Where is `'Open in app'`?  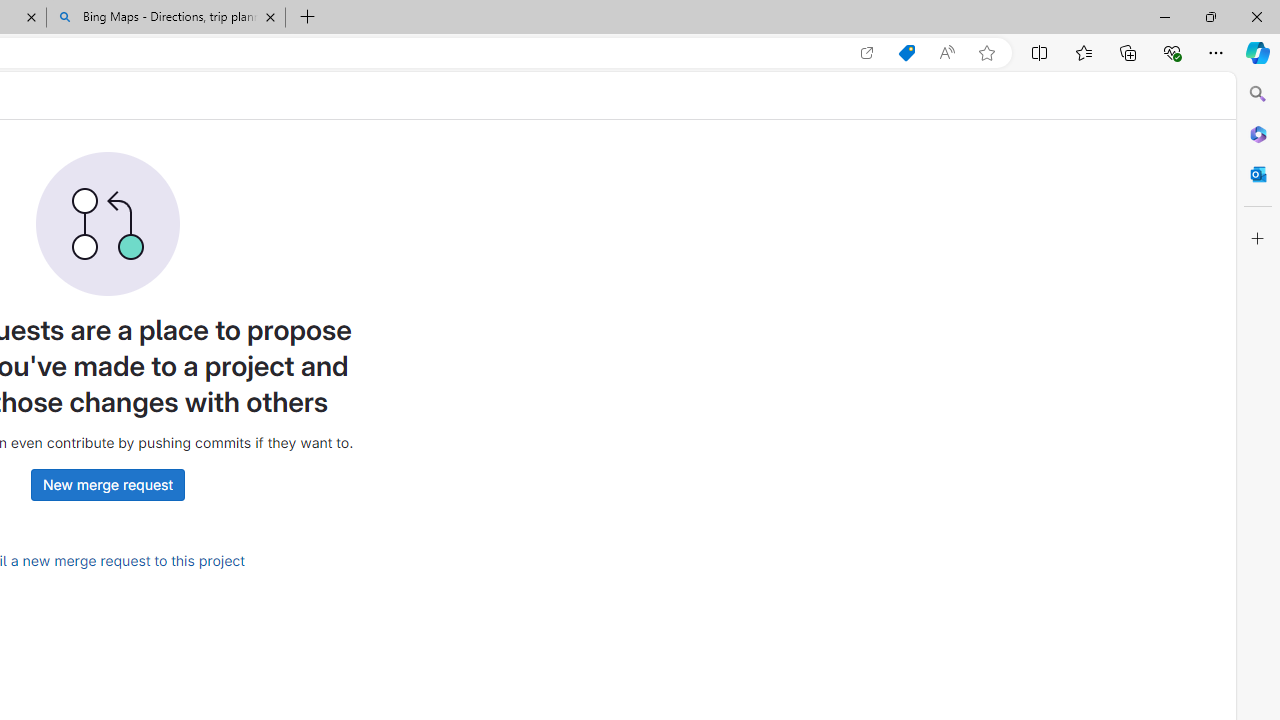 'Open in app' is located at coordinates (867, 52).